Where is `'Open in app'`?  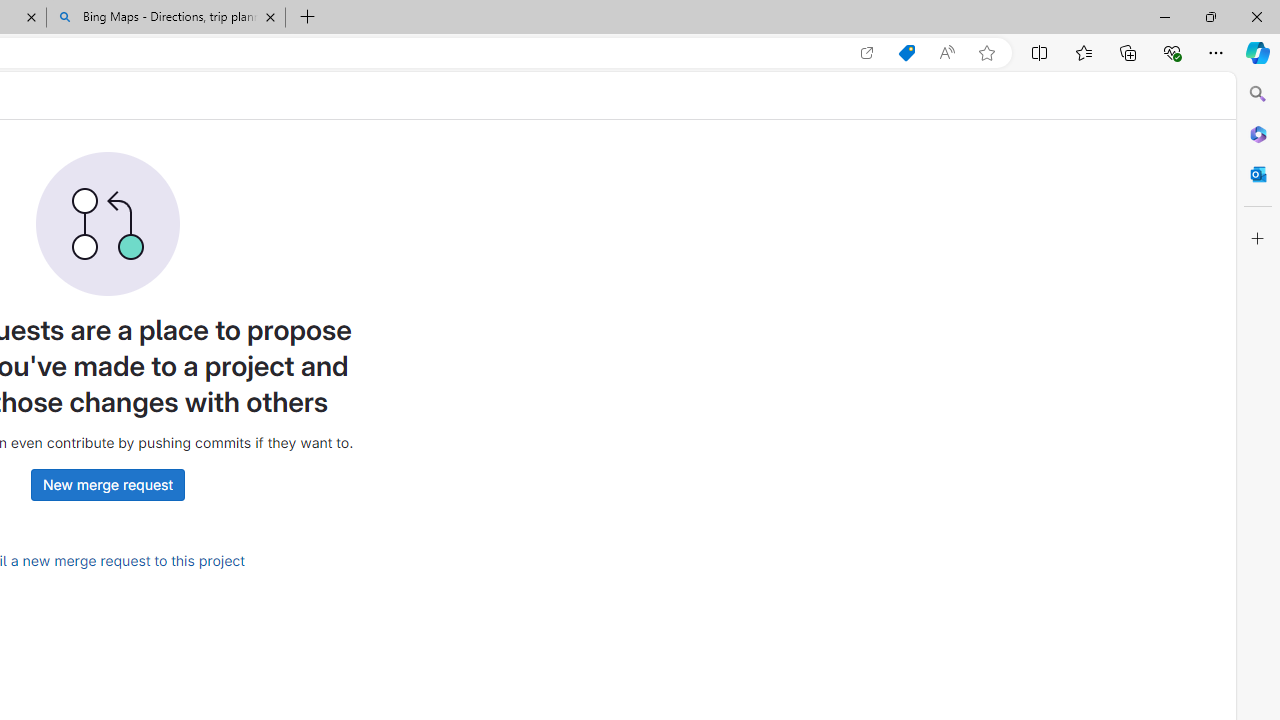 'Open in app' is located at coordinates (867, 52).